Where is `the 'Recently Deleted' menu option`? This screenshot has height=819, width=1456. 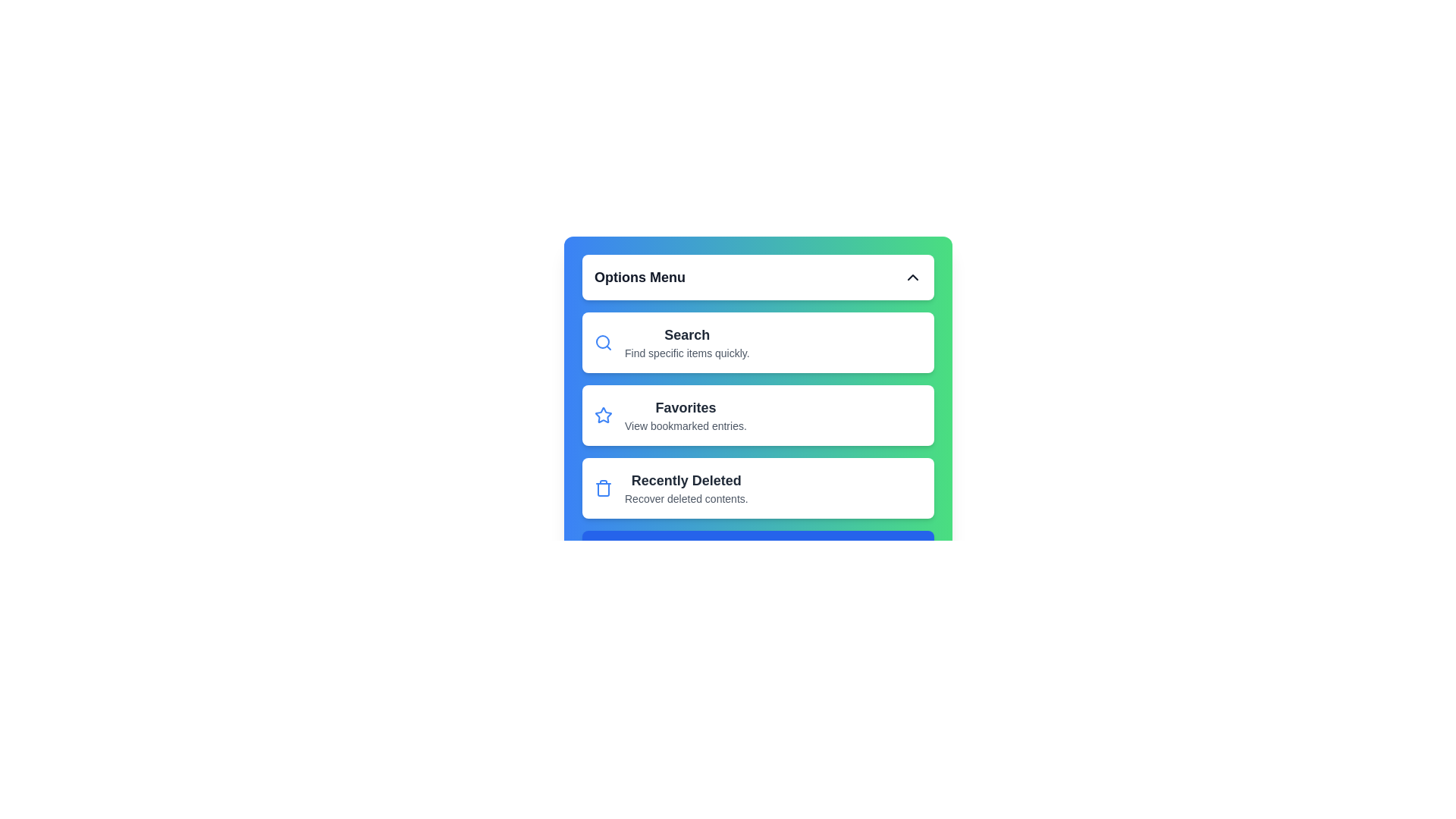 the 'Recently Deleted' menu option is located at coordinates (686, 488).